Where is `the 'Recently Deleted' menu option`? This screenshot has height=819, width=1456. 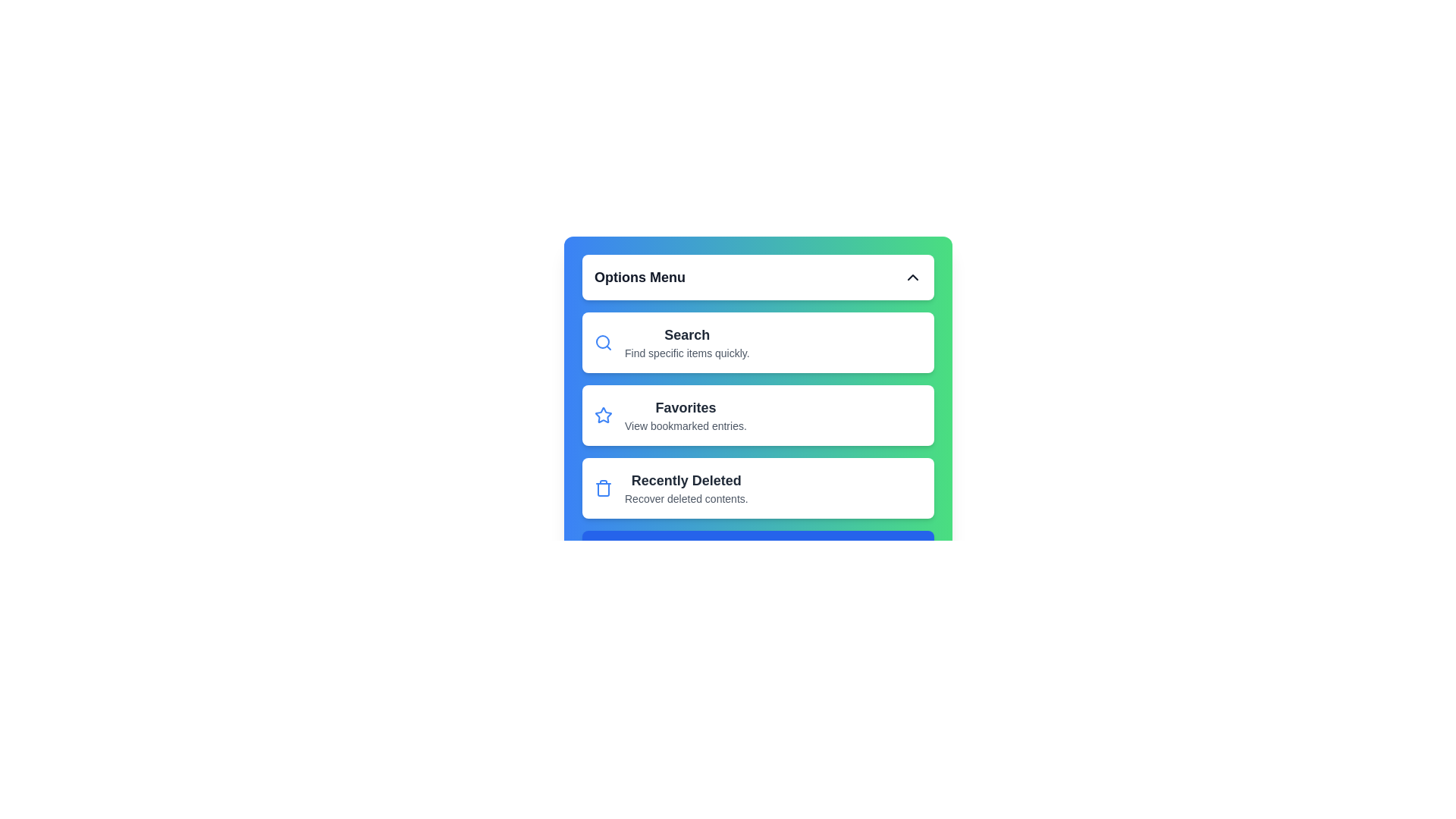 the 'Recently Deleted' menu option is located at coordinates (686, 488).